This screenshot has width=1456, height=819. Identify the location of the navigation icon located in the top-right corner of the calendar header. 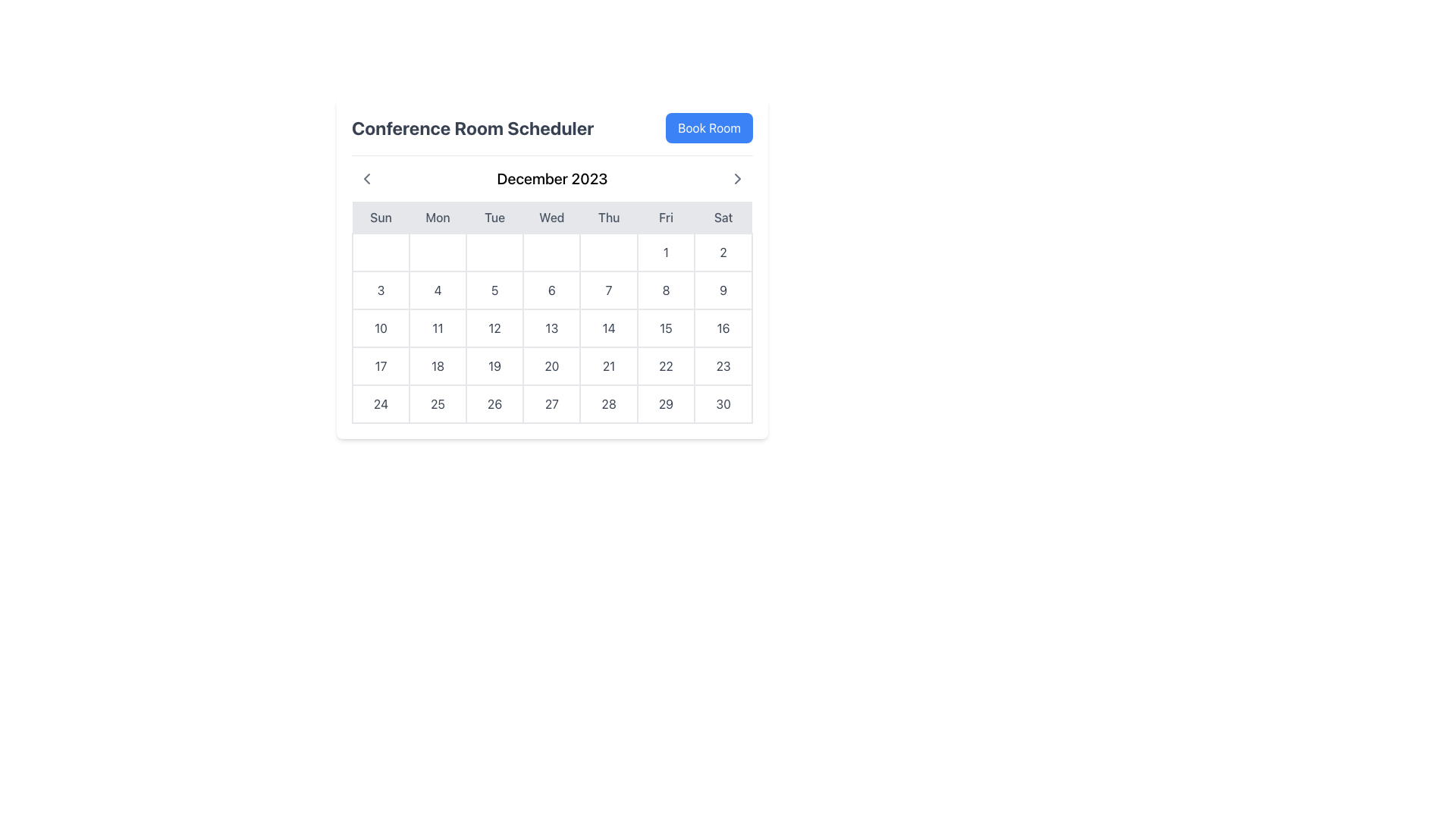
(738, 177).